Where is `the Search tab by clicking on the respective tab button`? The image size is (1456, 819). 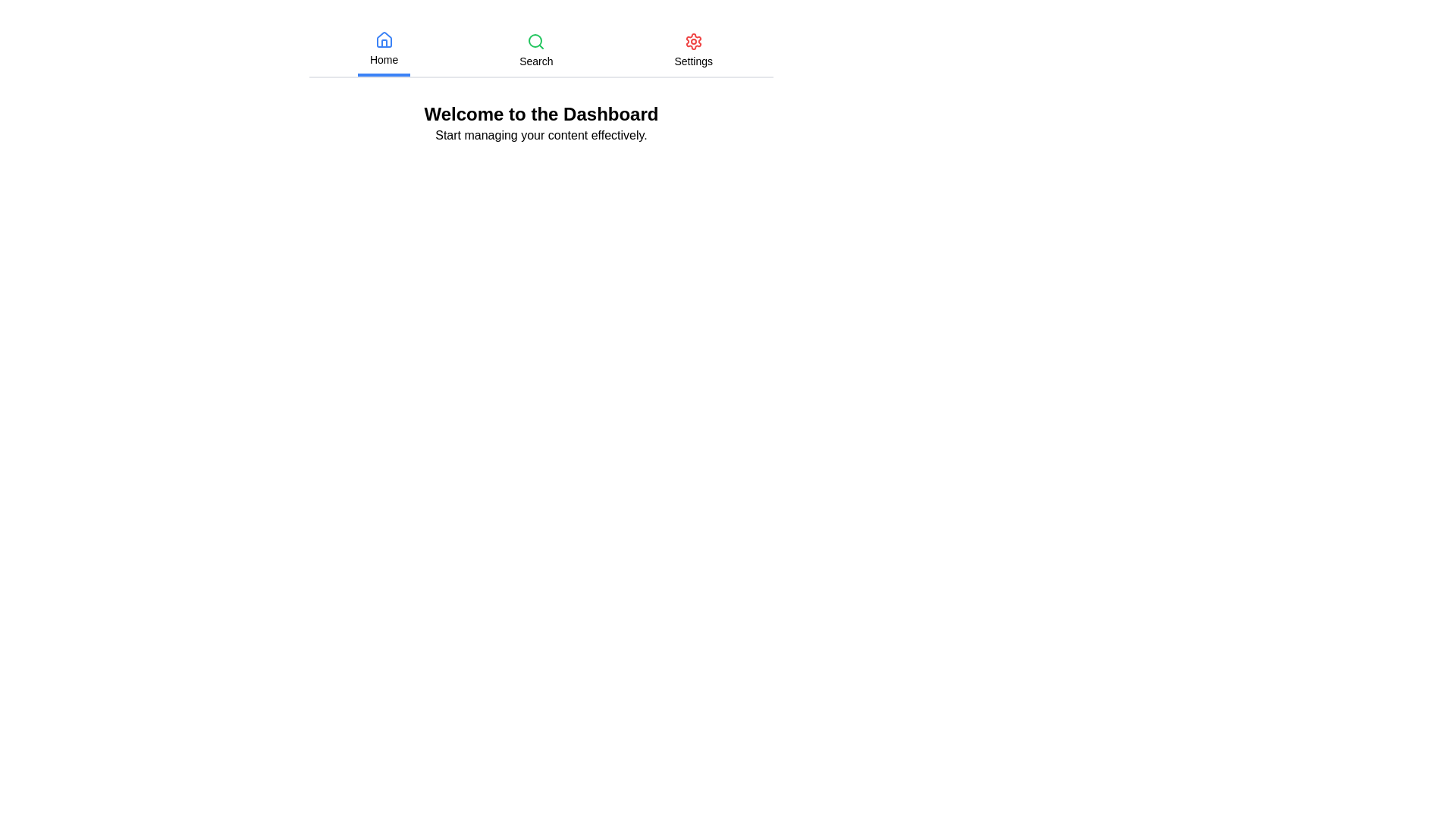 the Search tab by clicking on the respective tab button is located at coordinates (536, 49).